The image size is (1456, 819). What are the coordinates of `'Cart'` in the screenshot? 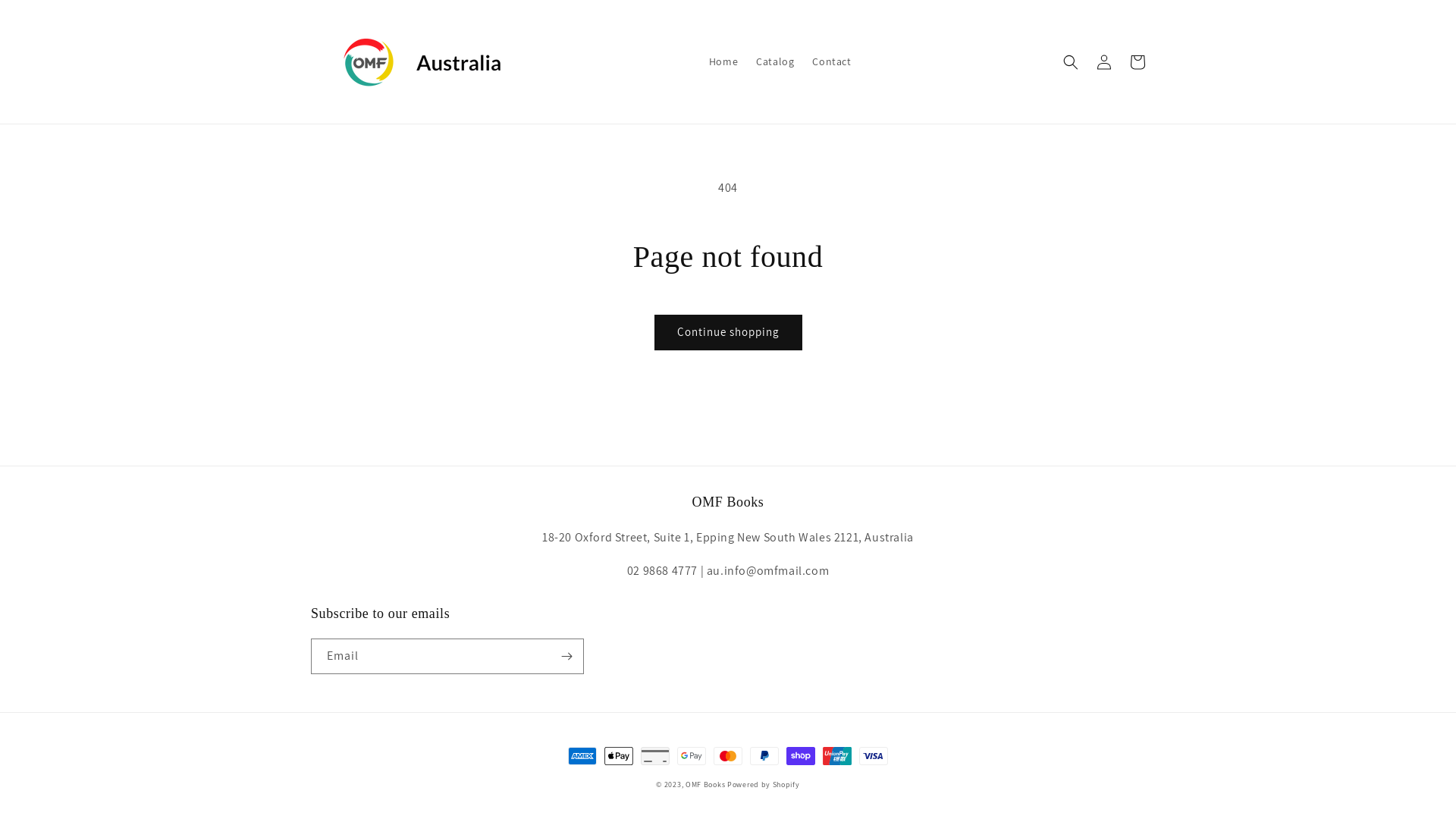 It's located at (1137, 61).